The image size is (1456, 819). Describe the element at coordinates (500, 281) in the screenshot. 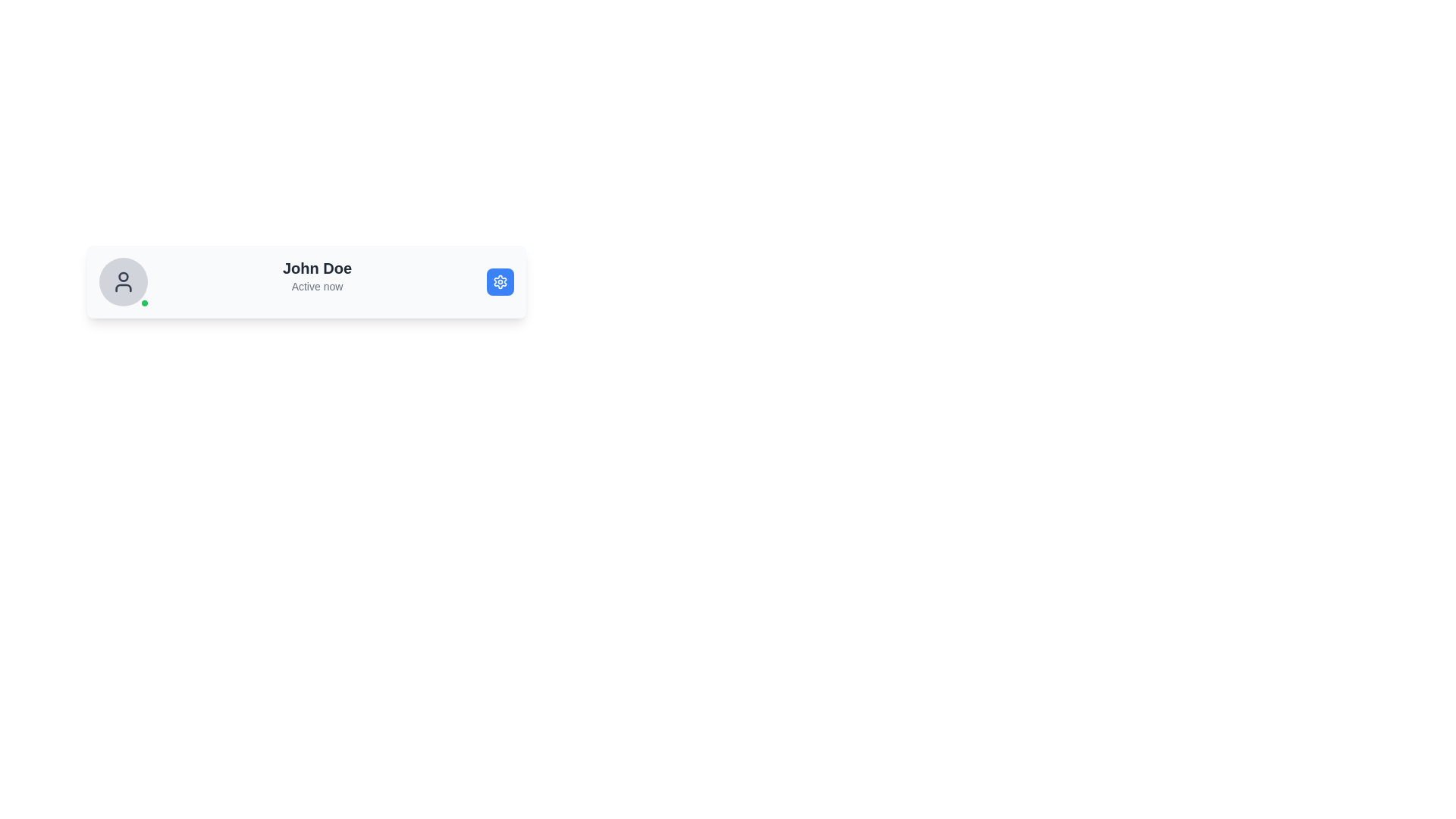

I see `the settings icon located at the rightmost side of the blue interactive button on the user information card` at that location.